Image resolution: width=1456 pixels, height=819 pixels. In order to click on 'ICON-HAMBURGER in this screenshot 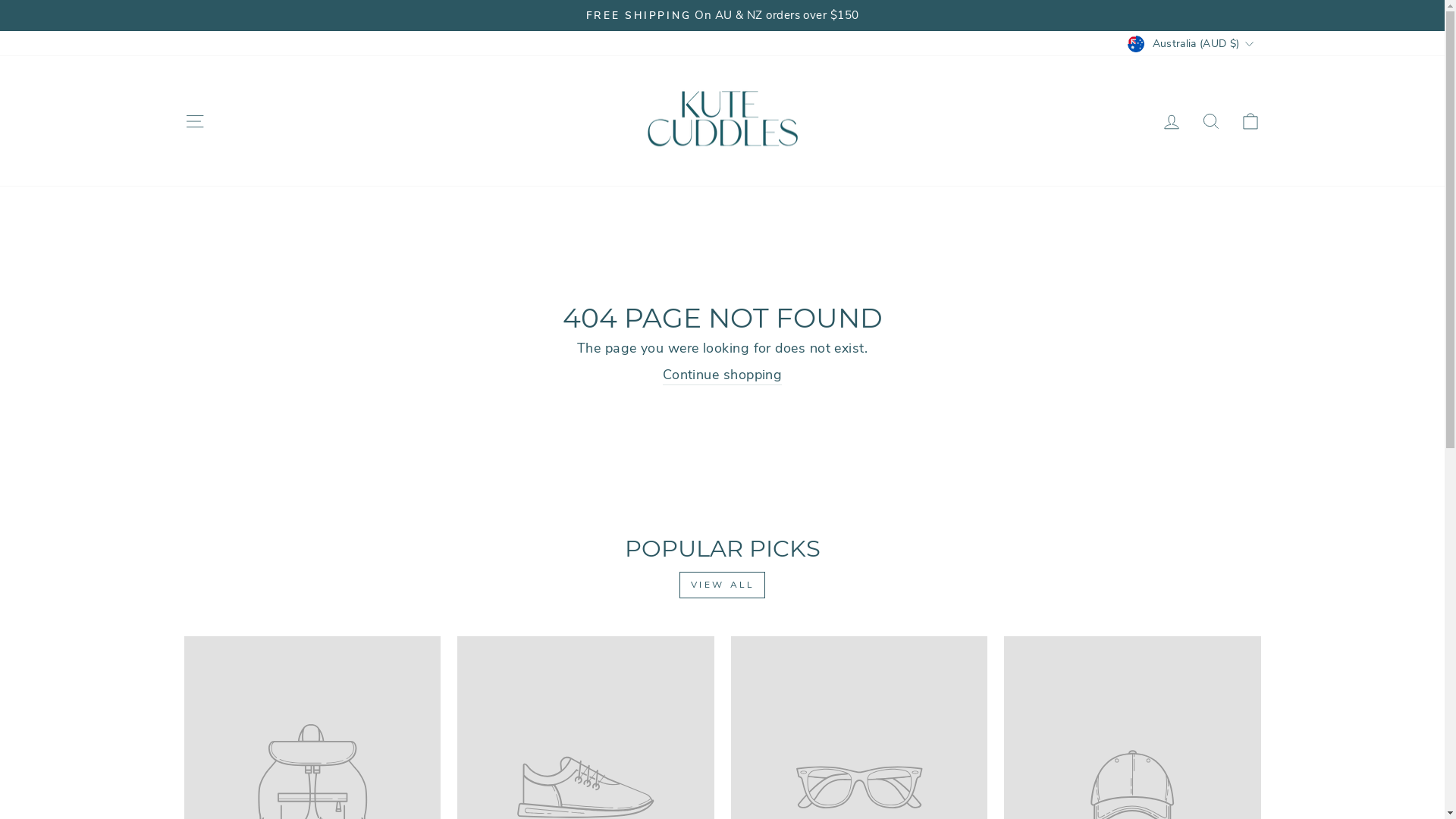, I will do `click(174, 120)`.